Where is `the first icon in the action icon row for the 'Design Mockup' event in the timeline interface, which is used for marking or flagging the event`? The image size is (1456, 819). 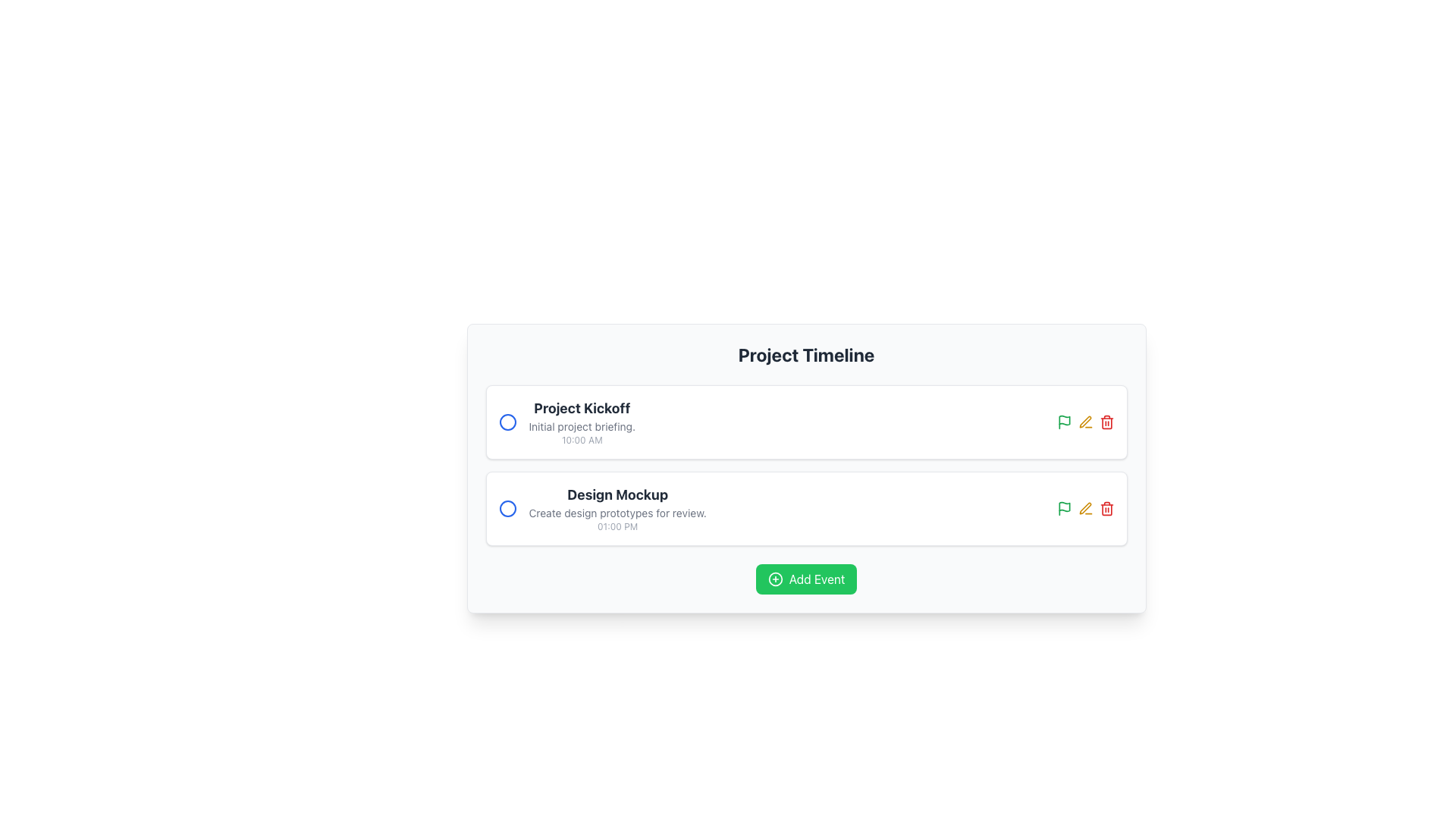
the first icon in the action icon row for the 'Design Mockup' event in the timeline interface, which is used for marking or flagging the event is located at coordinates (1063, 422).